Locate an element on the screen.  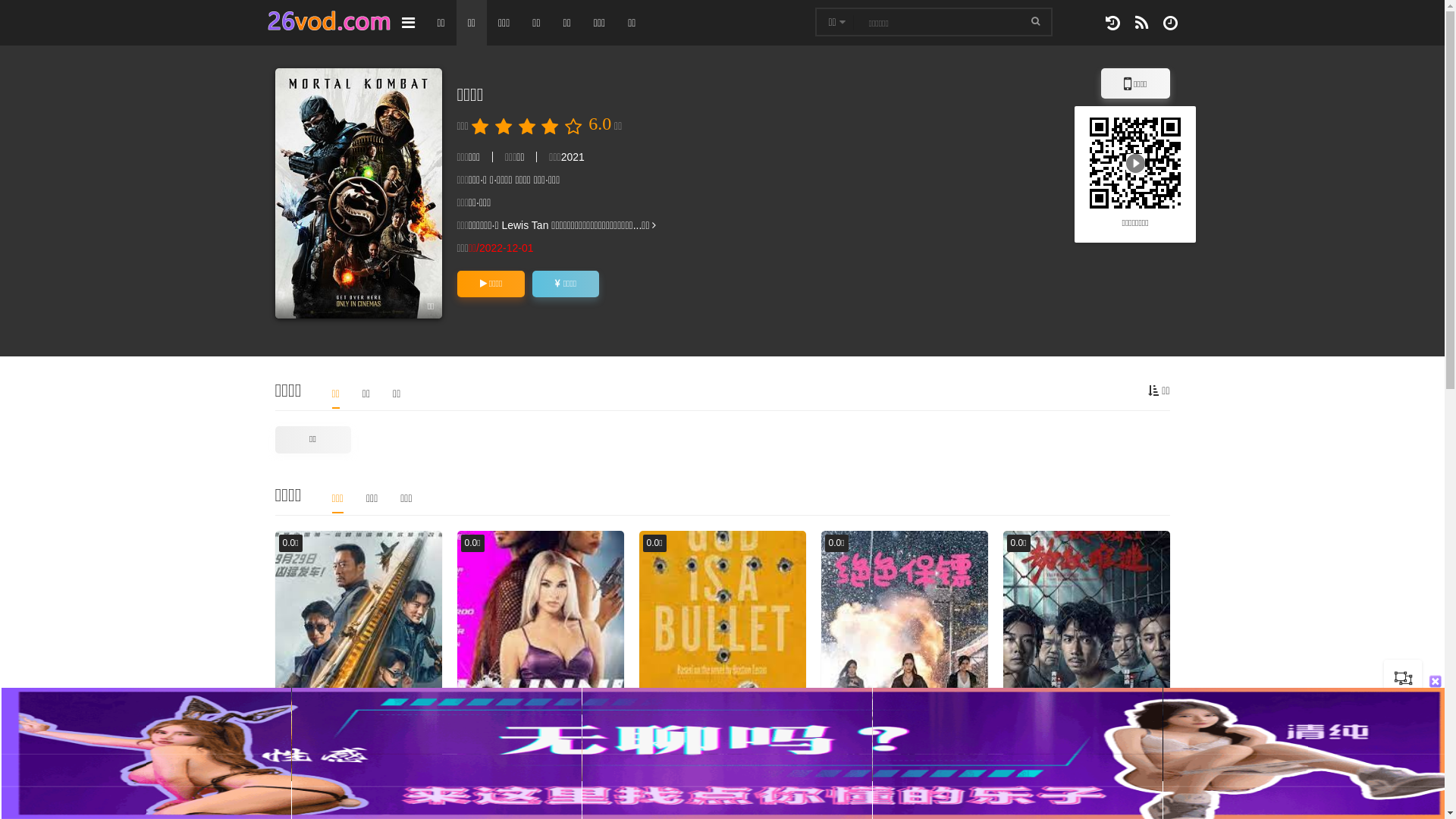
'http://26vod.com/vod/Y44m.html' is located at coordinates (1135, 162).